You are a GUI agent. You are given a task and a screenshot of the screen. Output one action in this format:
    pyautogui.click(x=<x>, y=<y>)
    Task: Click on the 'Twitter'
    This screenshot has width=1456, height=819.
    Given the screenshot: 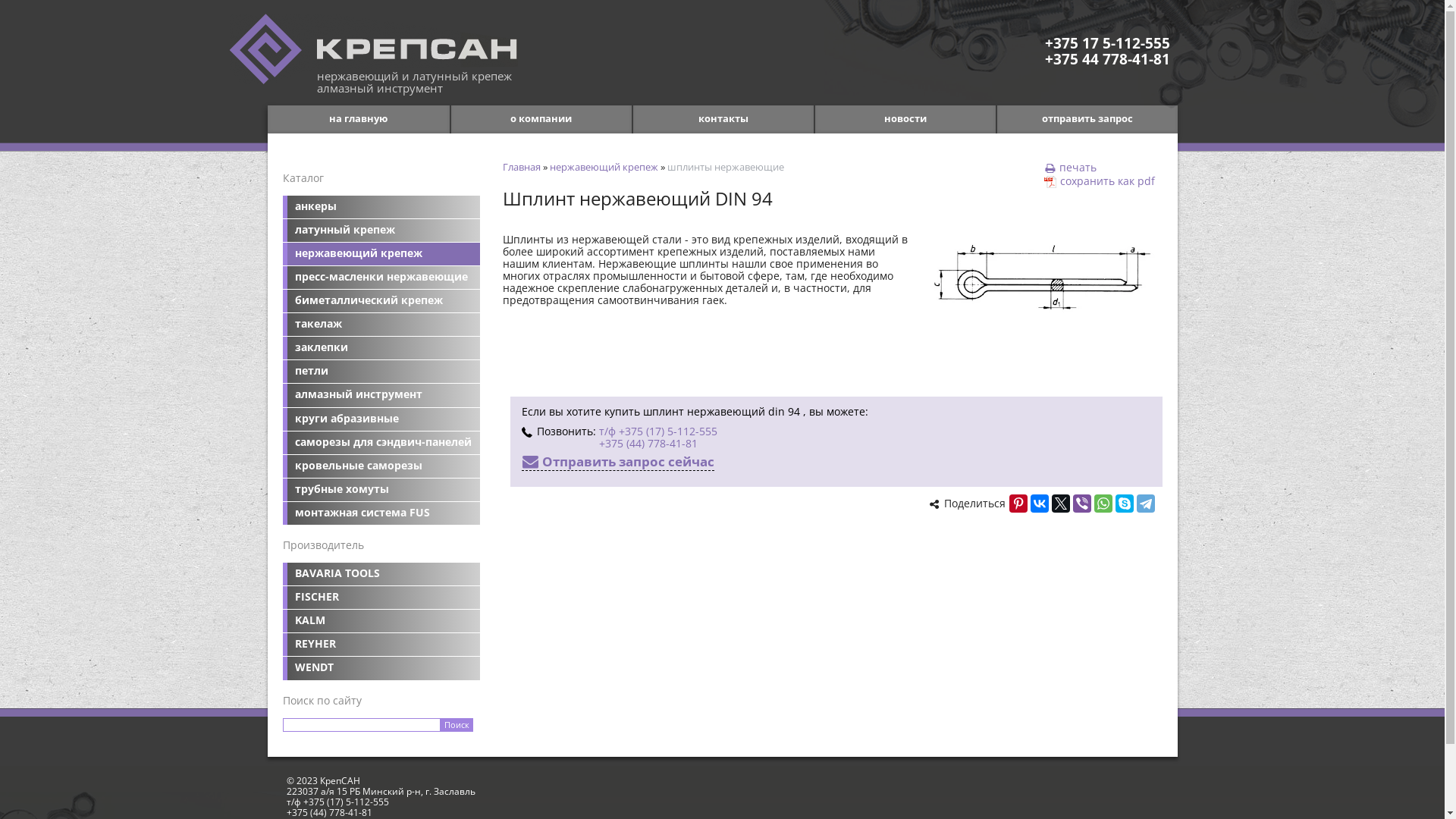 What is the action you would take?
    pyautogui.click(x=1059, y=503)
    